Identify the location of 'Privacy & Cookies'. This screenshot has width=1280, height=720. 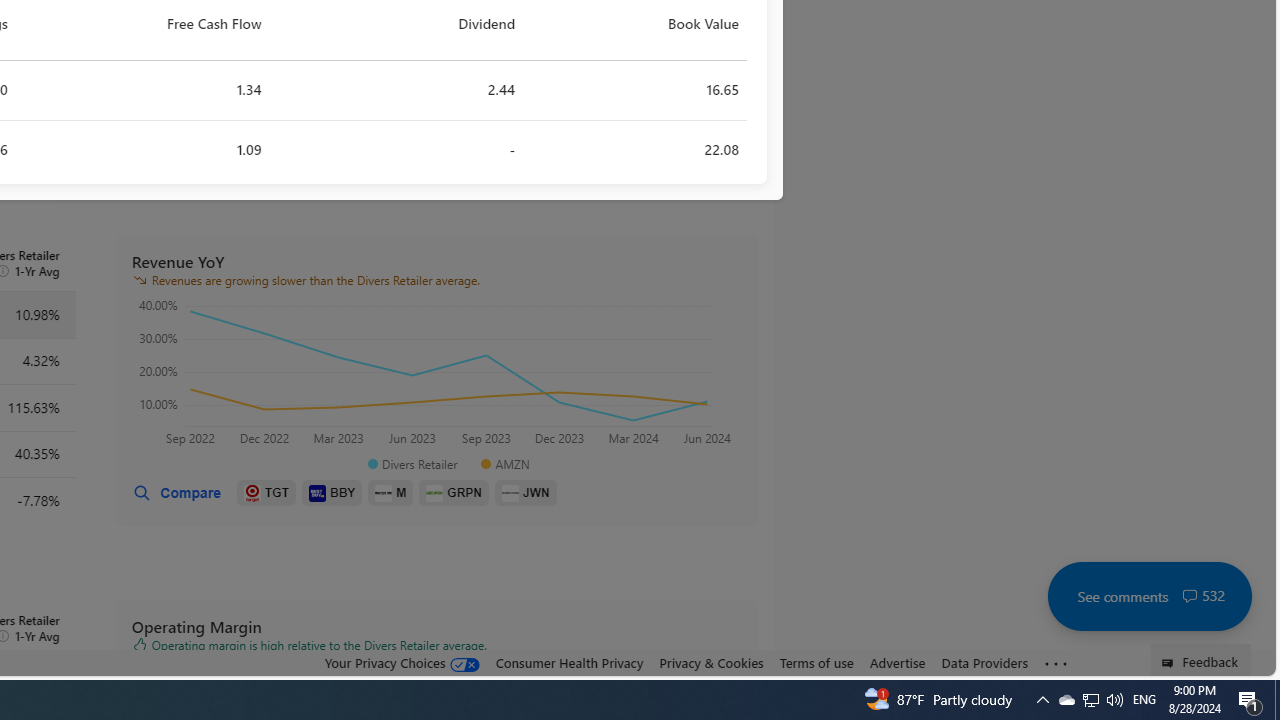
(711, 663).